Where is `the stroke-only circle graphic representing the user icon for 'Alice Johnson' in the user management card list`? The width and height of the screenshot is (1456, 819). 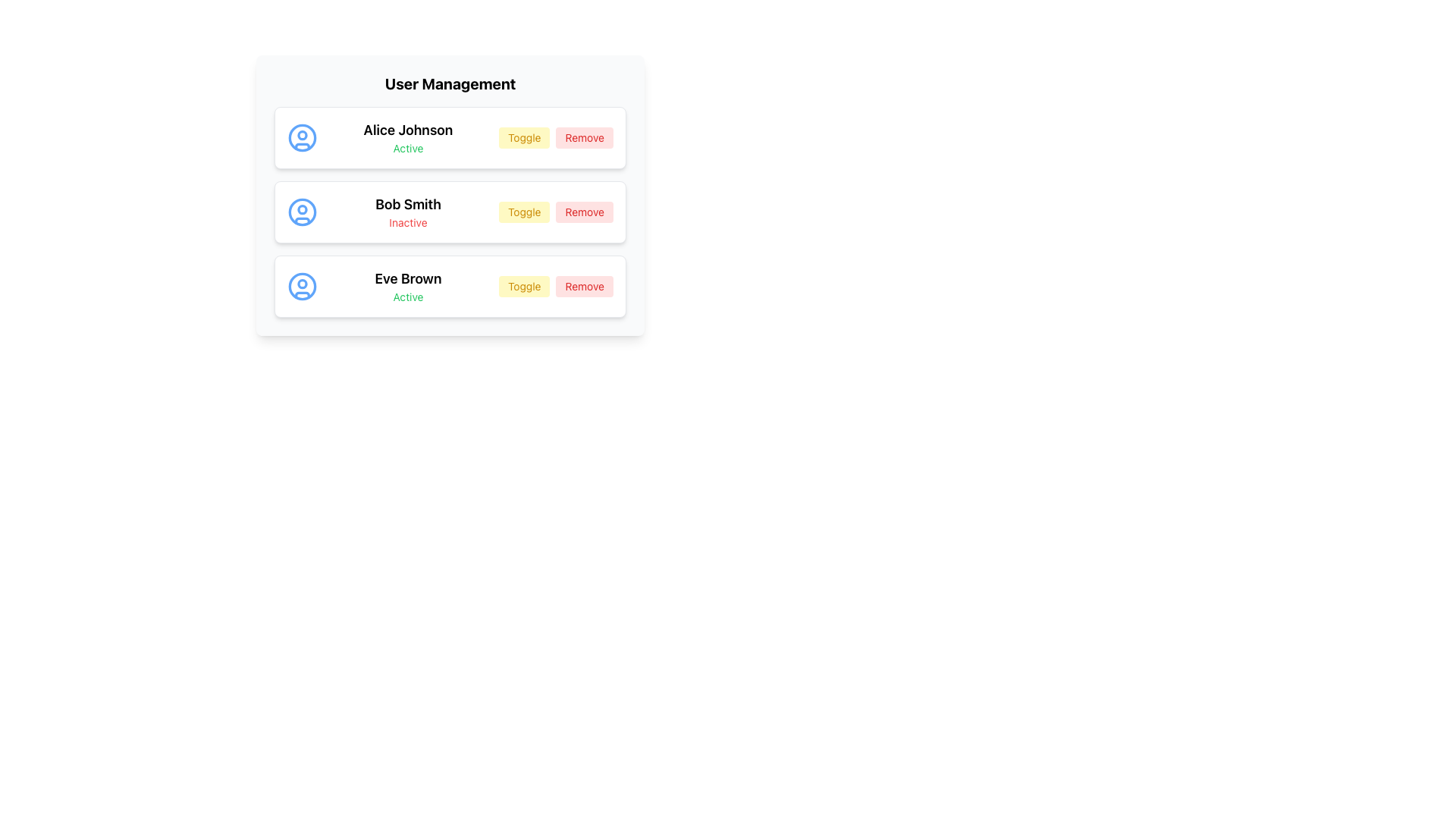 the stroke-only circle graphic representing the user icon for 'Alice Johnson' in the user management card list is located at coordinates (302, 137).